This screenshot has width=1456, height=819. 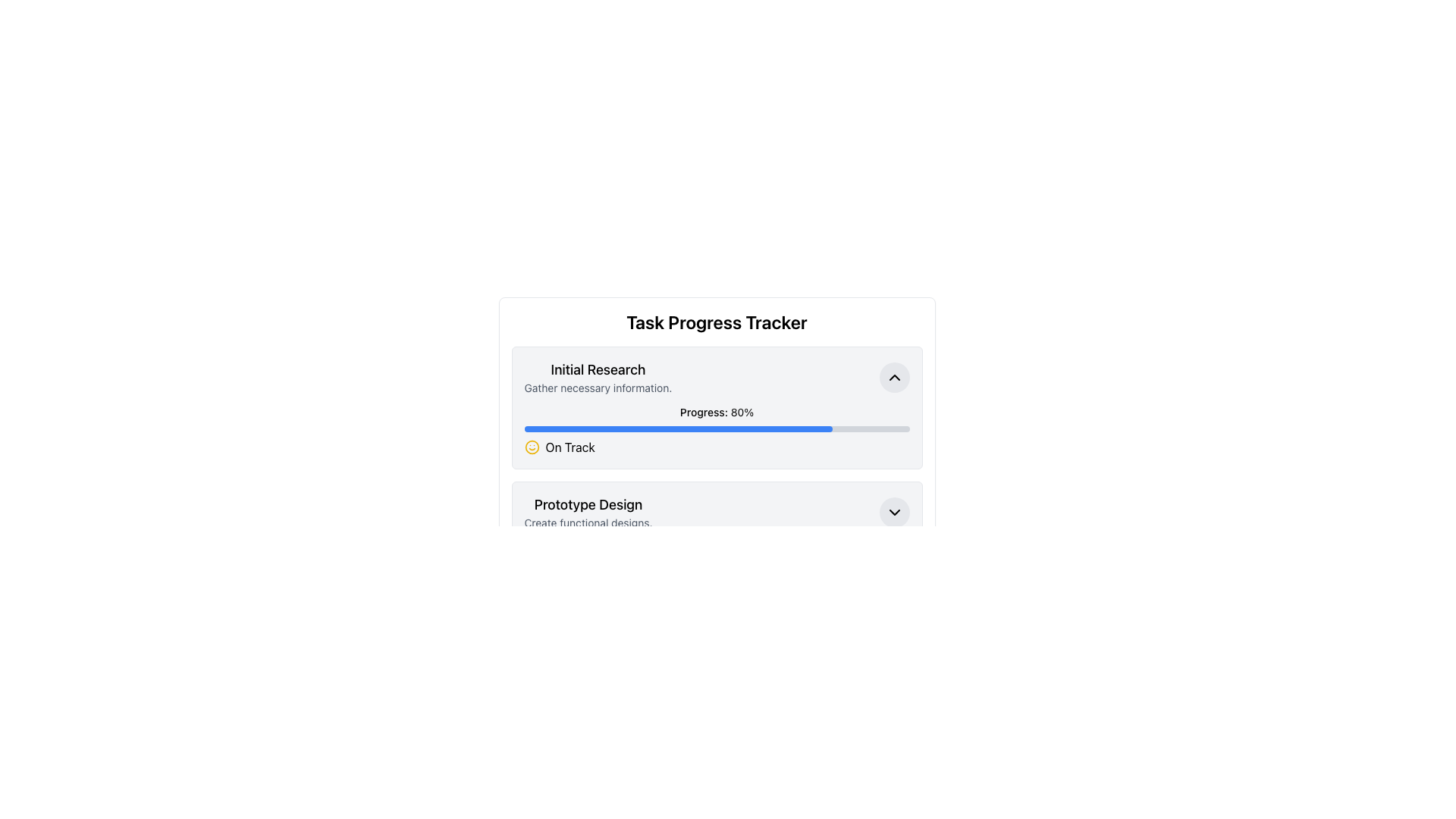 I want to click on and interpret the 'On Track' text label located in the task progress section for 'Initial Research', positioned to the right of a yellow smiling face icon, so click(x=570, y=447).